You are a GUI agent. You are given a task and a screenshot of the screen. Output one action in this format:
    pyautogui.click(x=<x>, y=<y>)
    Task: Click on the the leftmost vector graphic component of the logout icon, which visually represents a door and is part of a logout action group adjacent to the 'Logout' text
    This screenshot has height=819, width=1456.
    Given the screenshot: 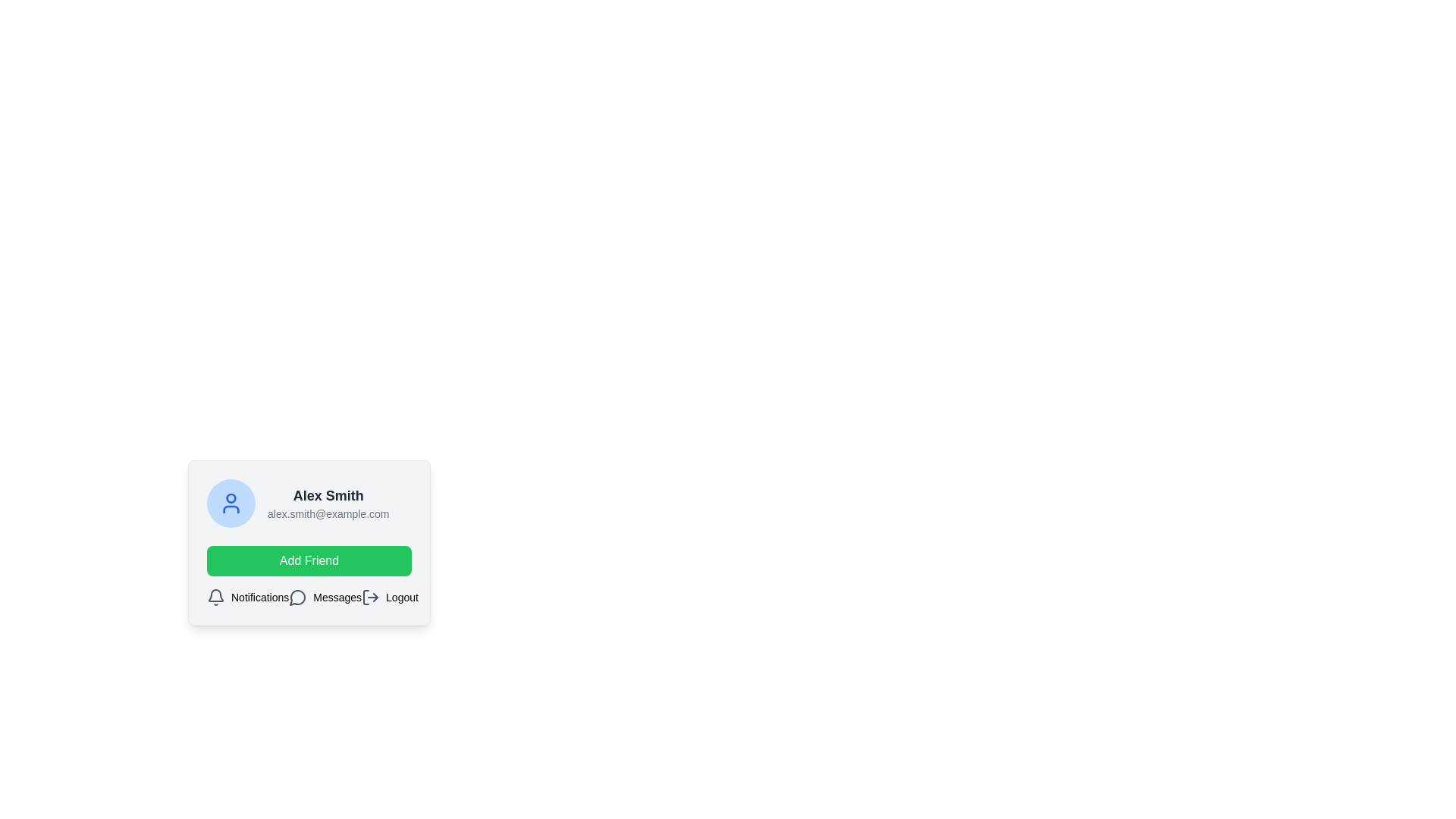 What is the action you would take?
    pyautogui.click(x=366, y=596)
    